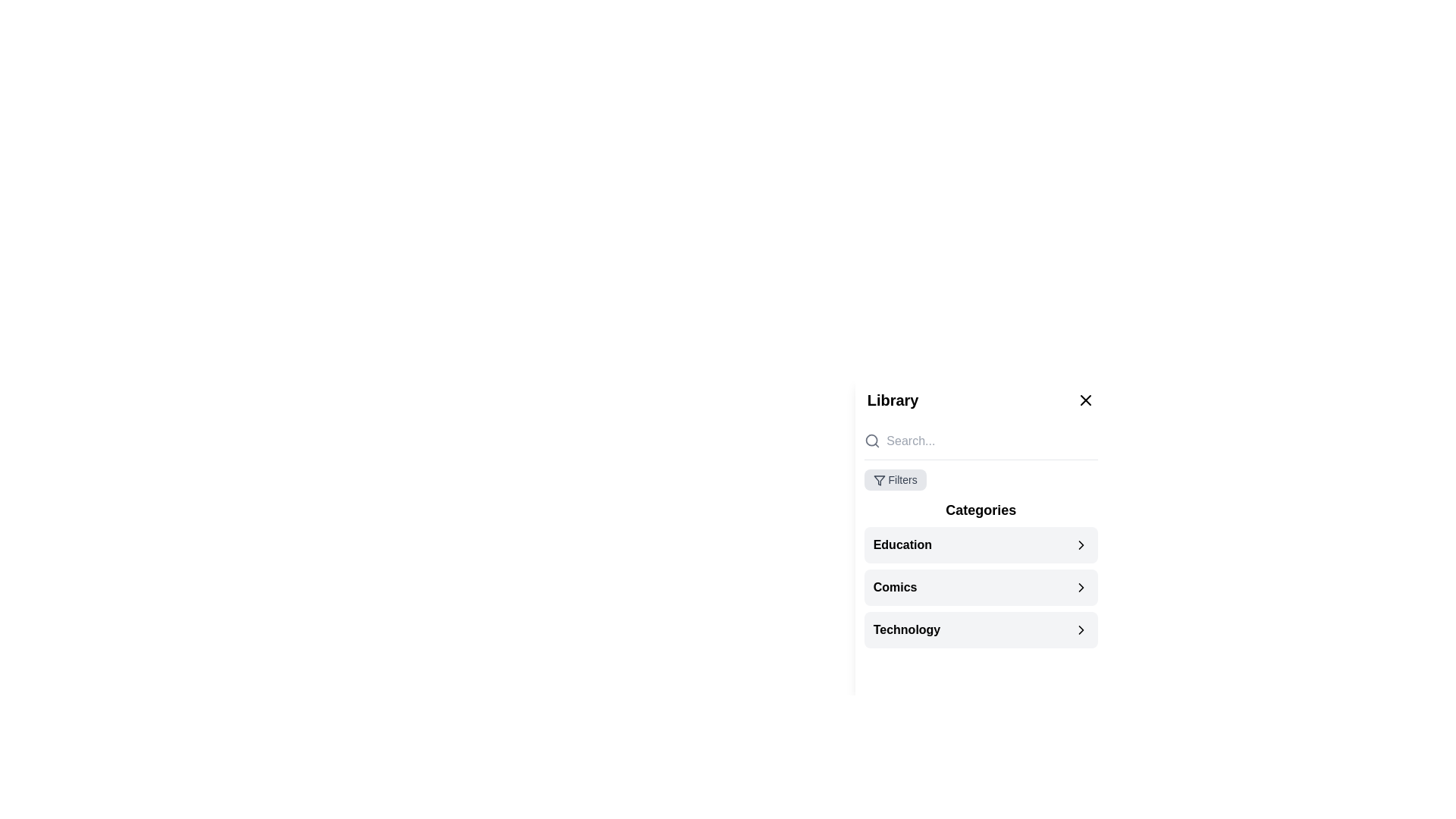  I want to click on the filter icon located inside the 'Filters' button, which is the leftmost subcomponent adjacent to the text label, so click(879, 481).